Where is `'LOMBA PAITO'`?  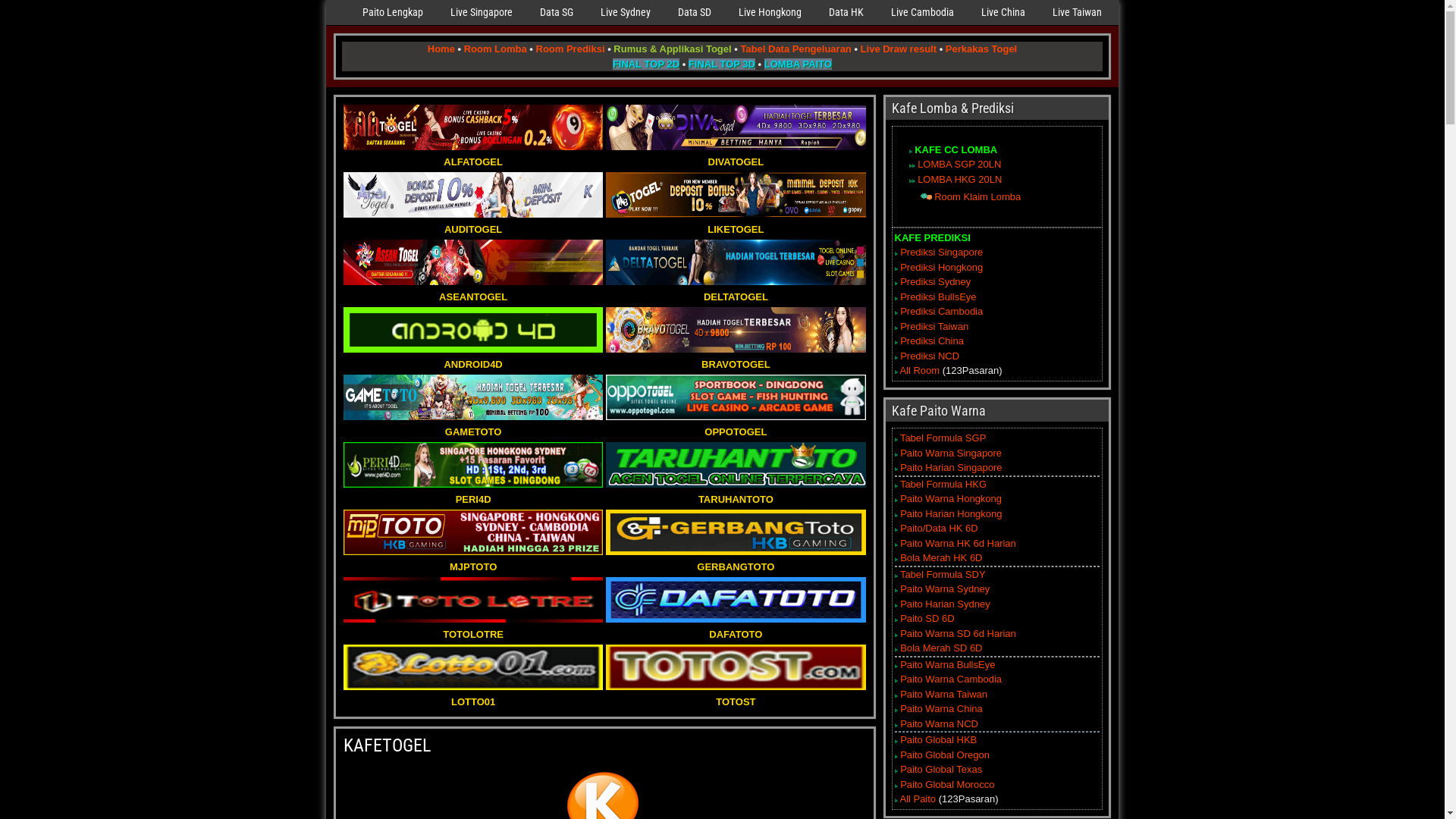 'LOMBA PAITO' is located at coordinates (764, 62).